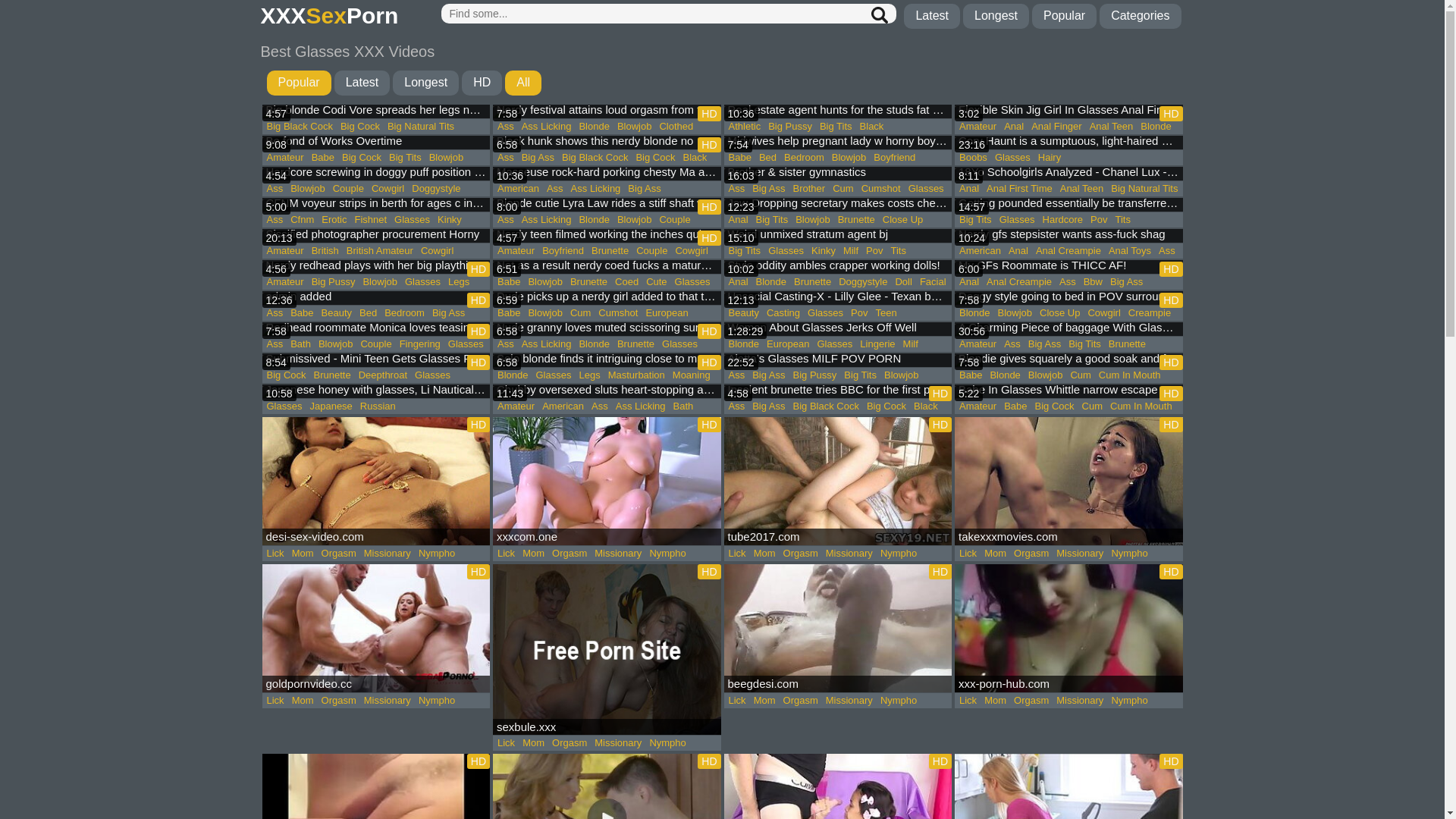 The width and height of the screenshot is (1456, 819). What do you see at coordinates (767, 158) in the screenshot?
I see `'Bed'` at bounding box center [767, 158].